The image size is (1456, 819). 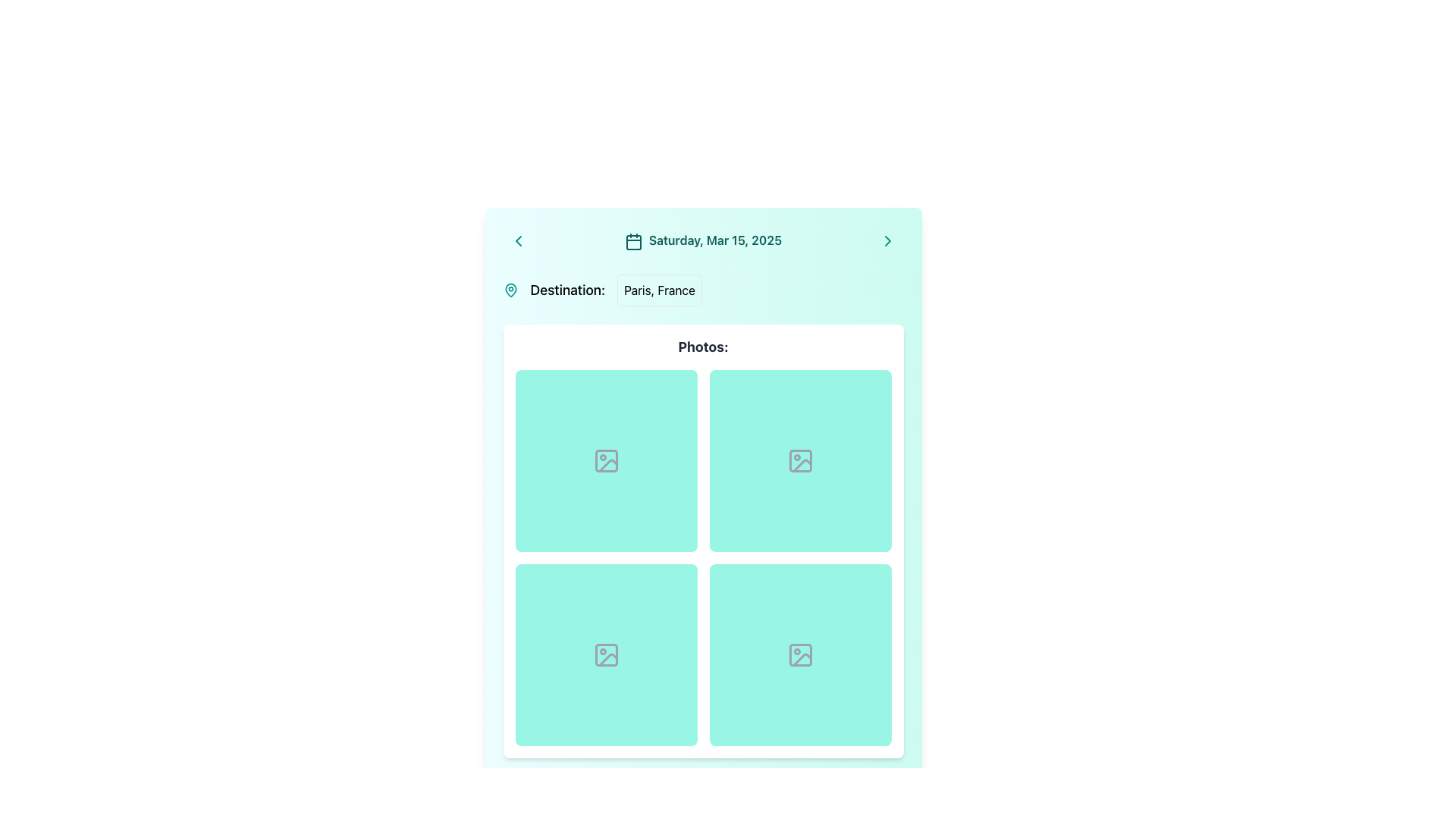 I want to click on the Chevron Left icon located at the upper left corner of the content area, so click(x=518, y=240).